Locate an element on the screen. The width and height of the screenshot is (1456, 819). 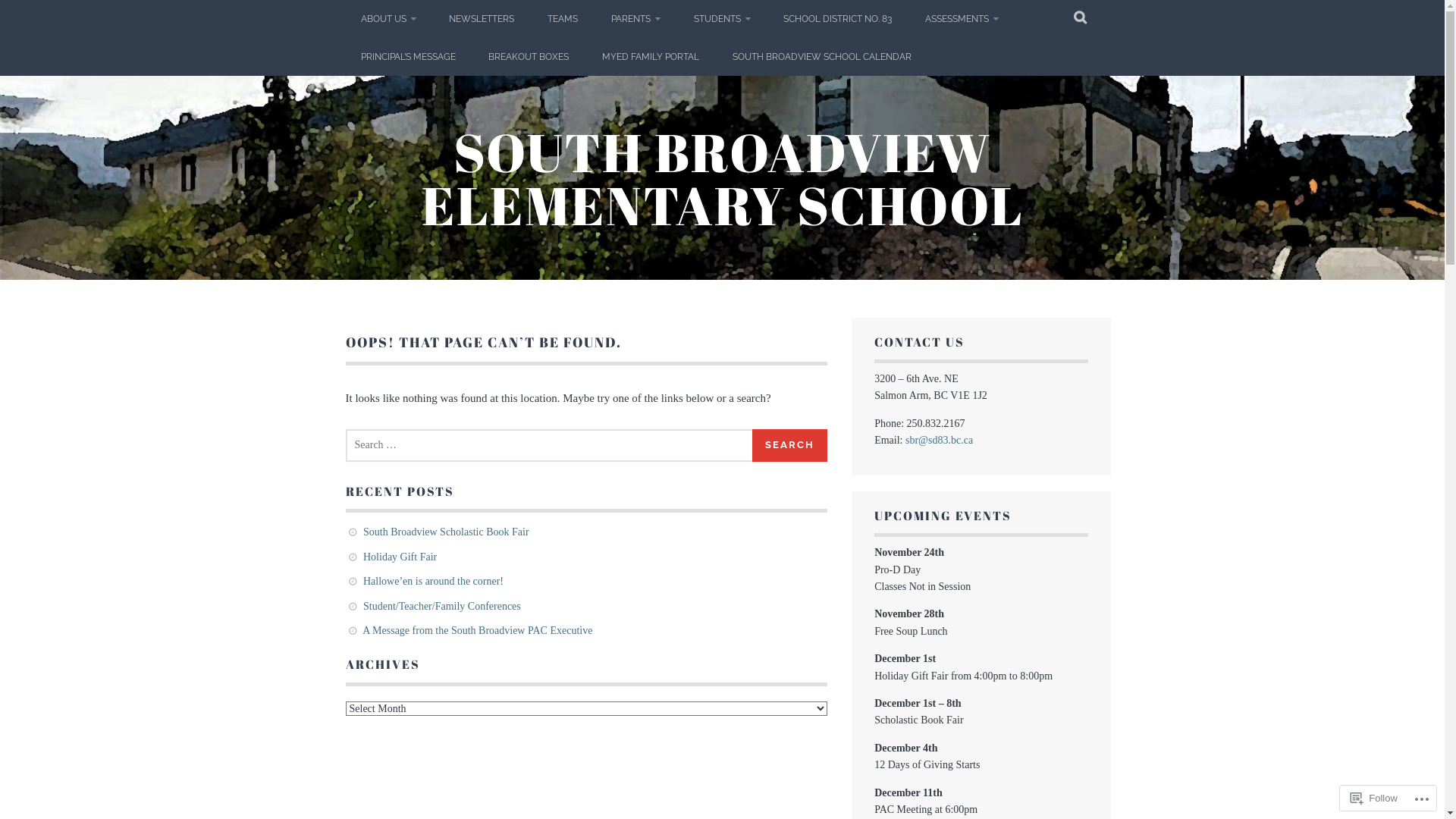
'SCHOOL DISTRICT NO. 83' is located at coordinates (836, 18).